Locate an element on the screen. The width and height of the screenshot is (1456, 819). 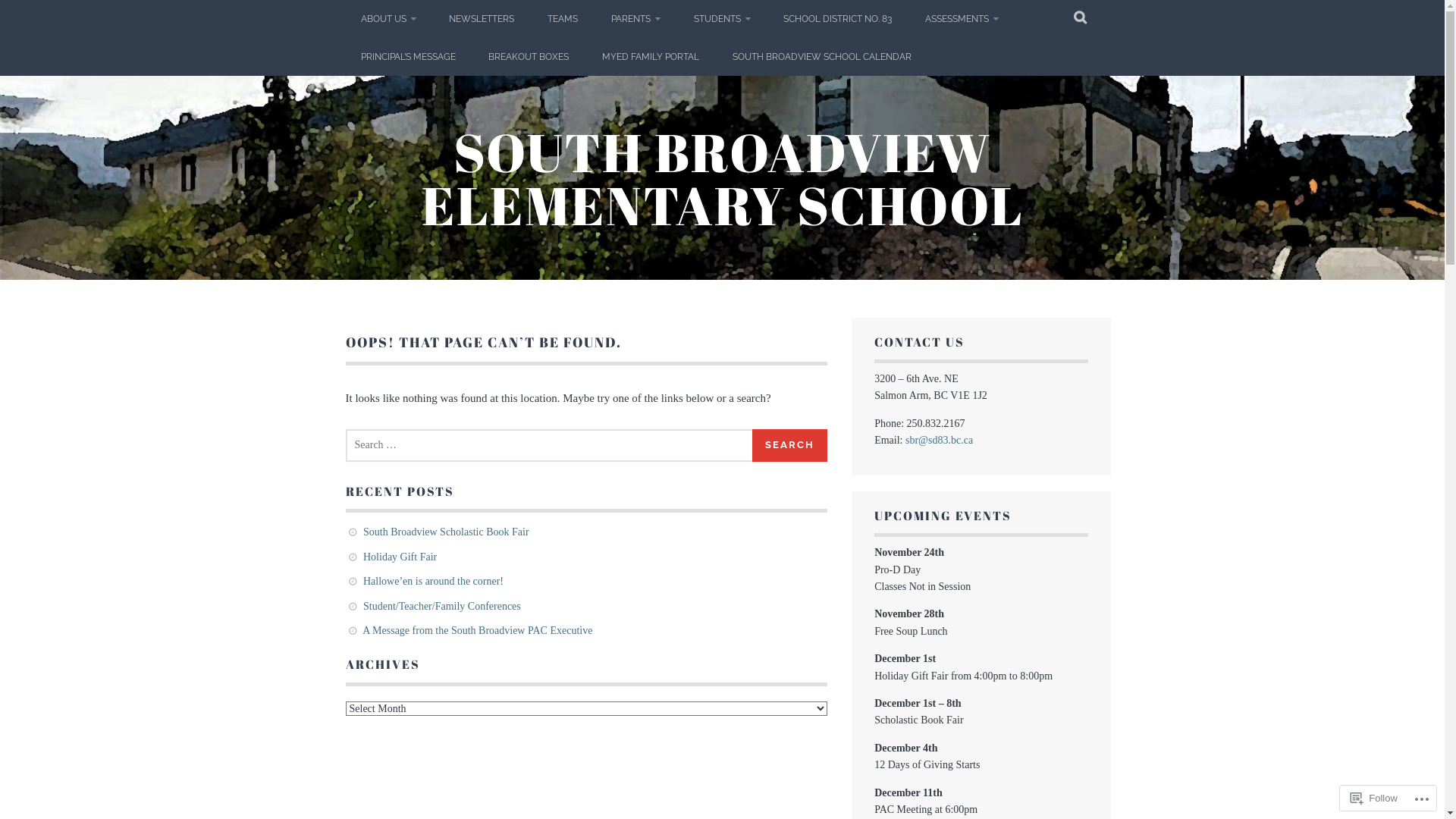
'SCHOOL DISTRICT NO. 83' is located at coordinates (836, 18).